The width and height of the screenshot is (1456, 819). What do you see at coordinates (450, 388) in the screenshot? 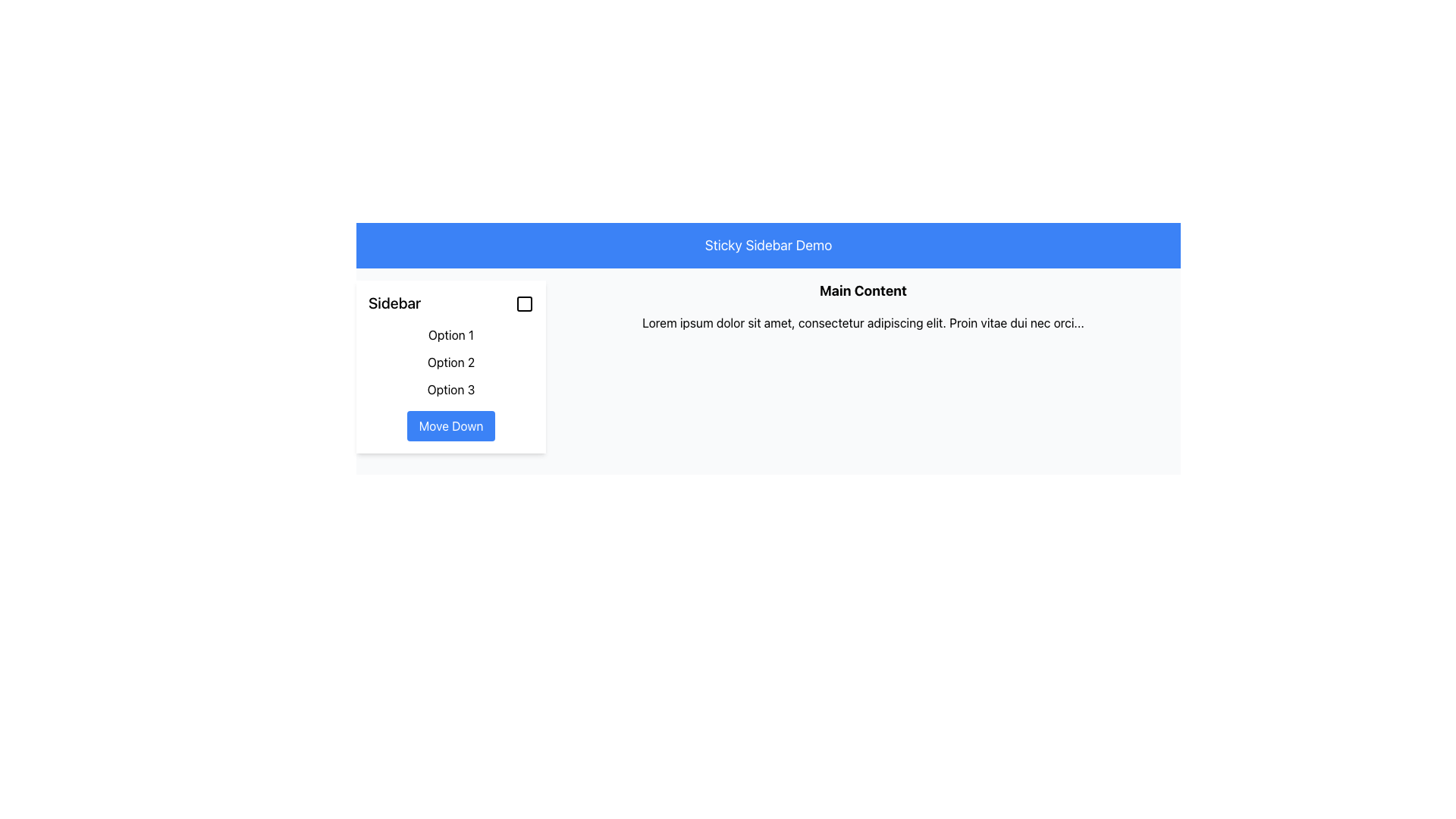
I see `the 'Option 3' text link in the sidebar` at bounding box center [450, 388].